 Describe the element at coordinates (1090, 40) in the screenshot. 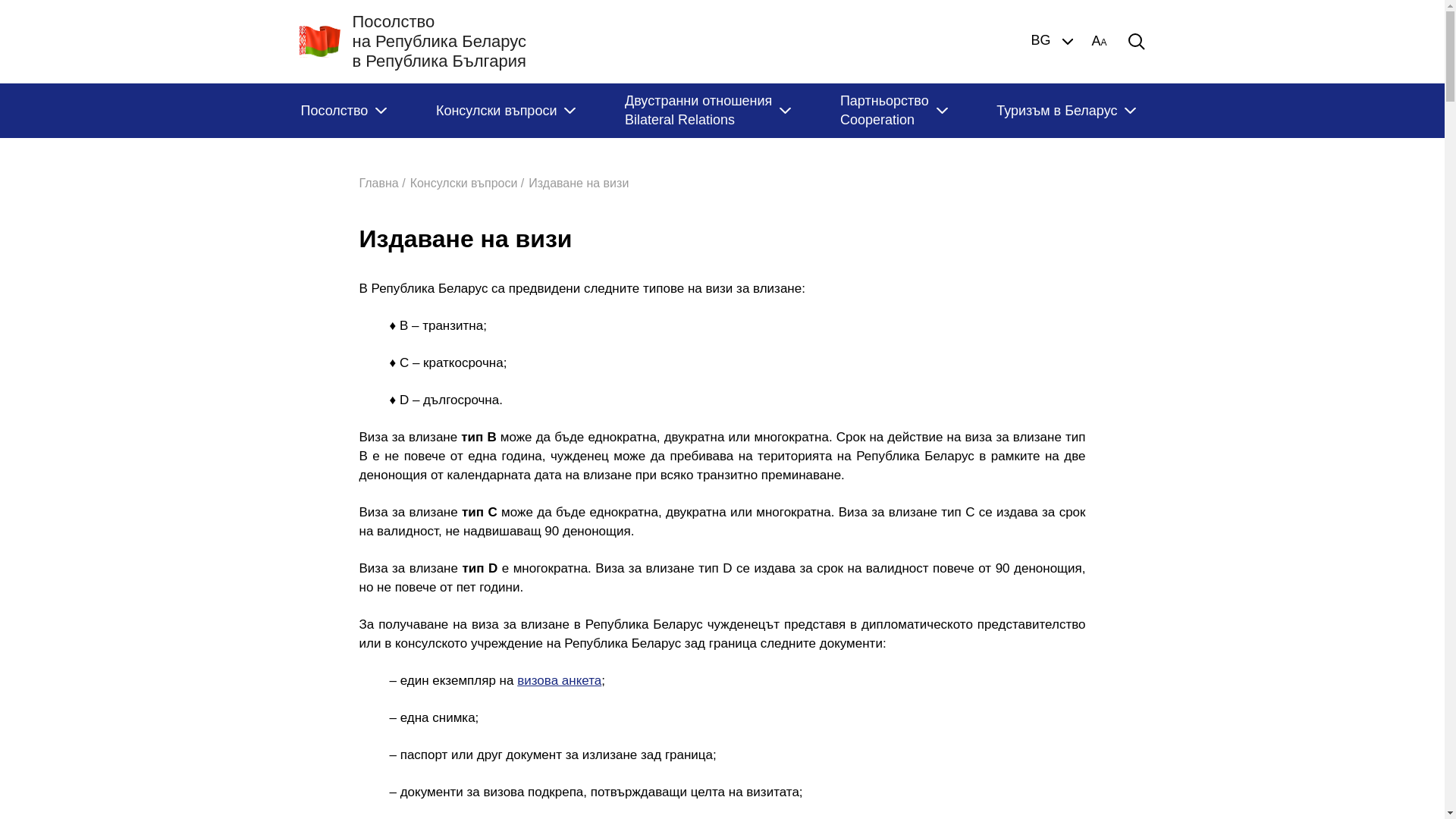

I see `'AA'` at that location.